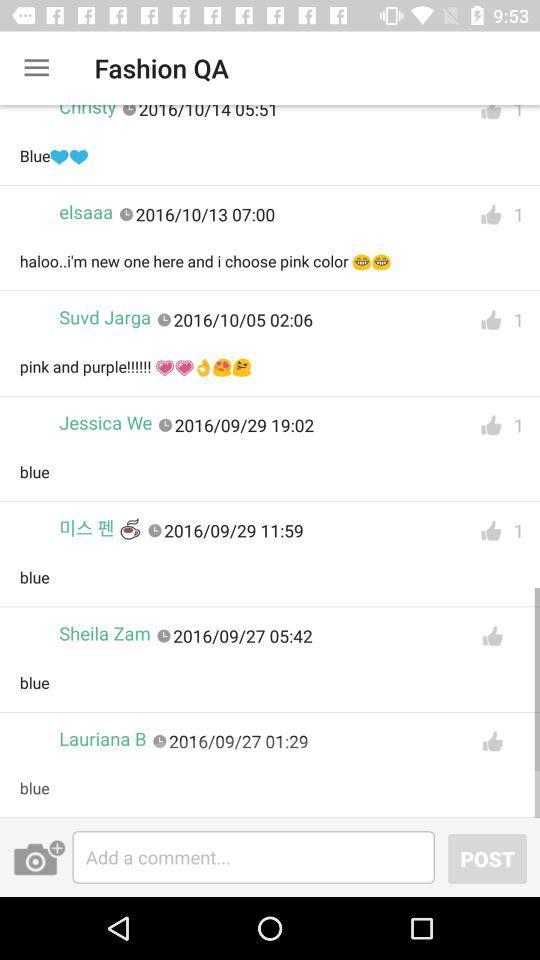 Image resolution: width=540 pixels, height=960 pixels. What do you see at coordinates (490, 117) in the screenshot?
I see `like a comment` at bounding box center [490, 117].